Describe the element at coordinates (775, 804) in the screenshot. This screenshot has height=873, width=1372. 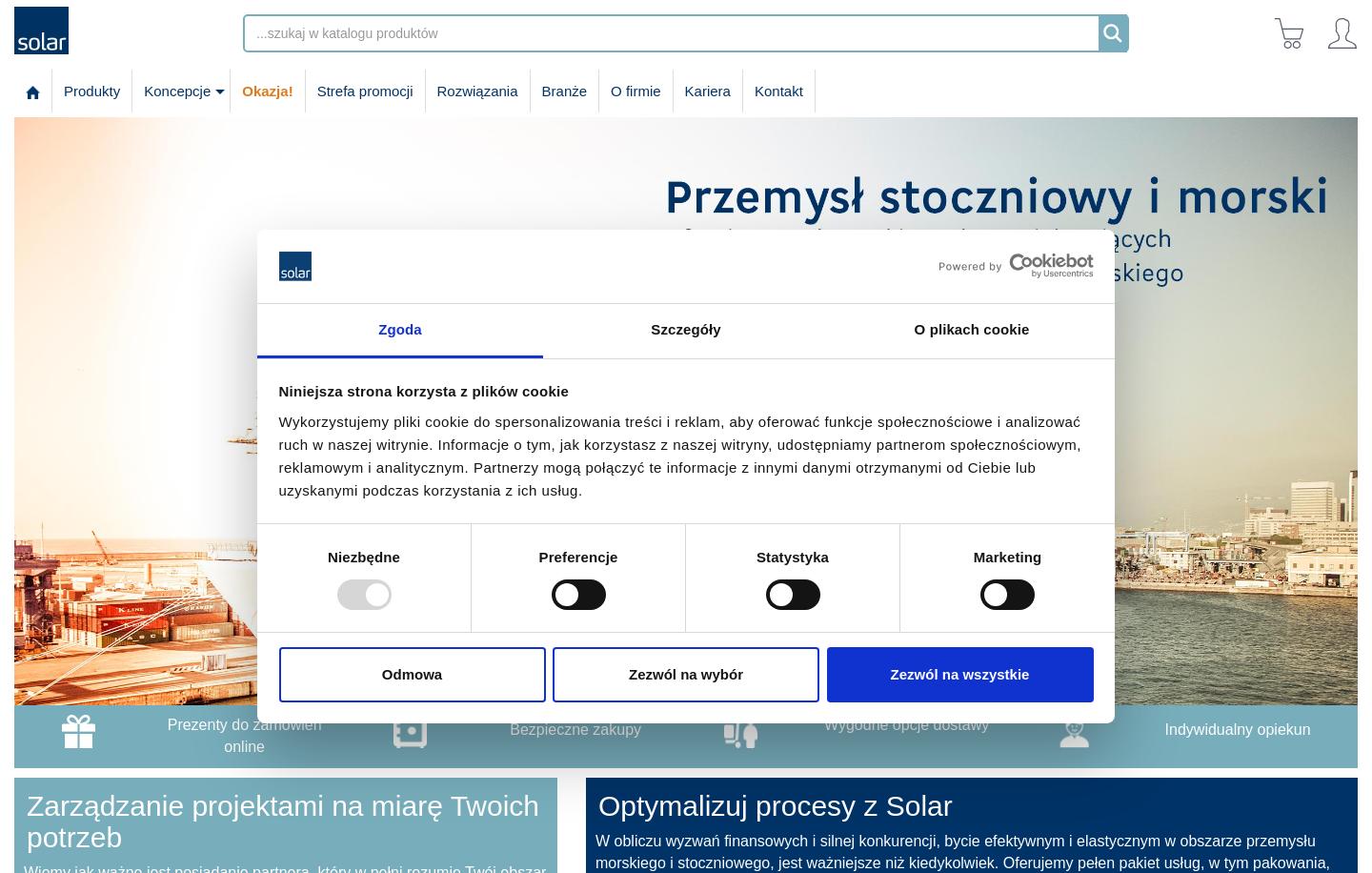
I see `'Optymalizuj procesy z Solar'` at that location.